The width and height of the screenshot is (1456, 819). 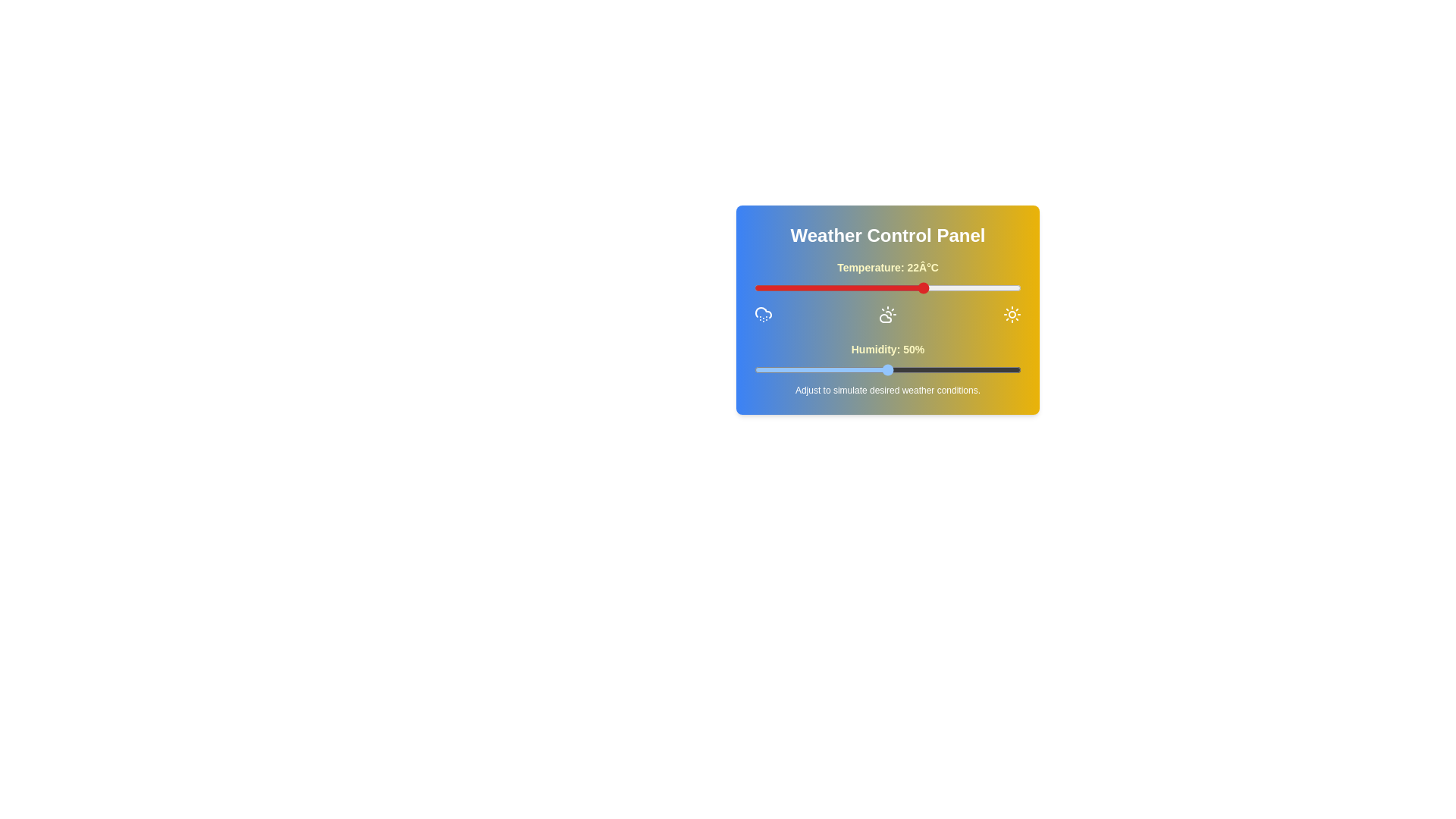 I want to click on temperature, so click(x=786, y=288).